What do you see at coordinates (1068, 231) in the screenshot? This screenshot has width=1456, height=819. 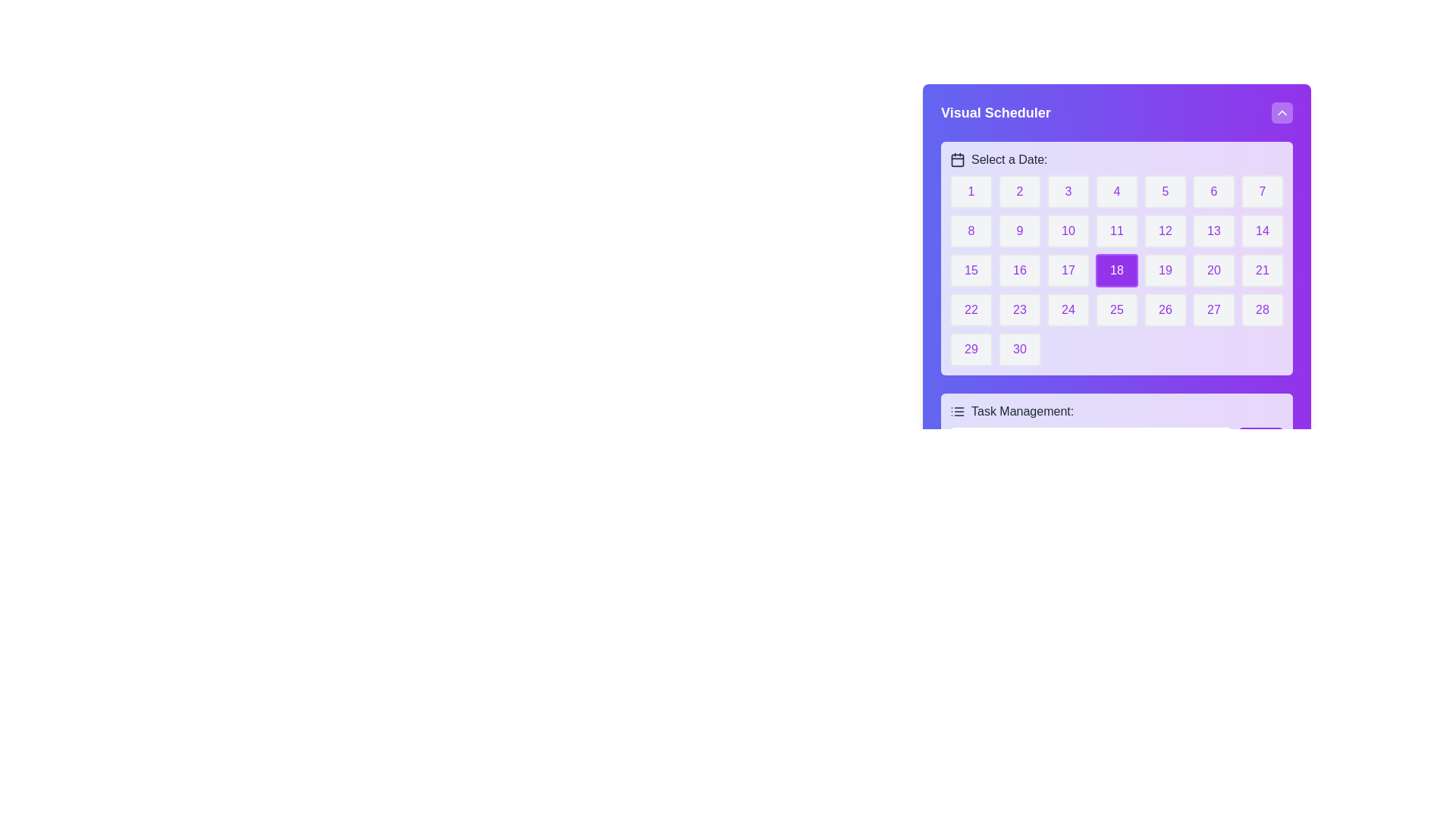 I see `the button representing the 10th day in the calendar grid` at bounding box center [1068, 231].